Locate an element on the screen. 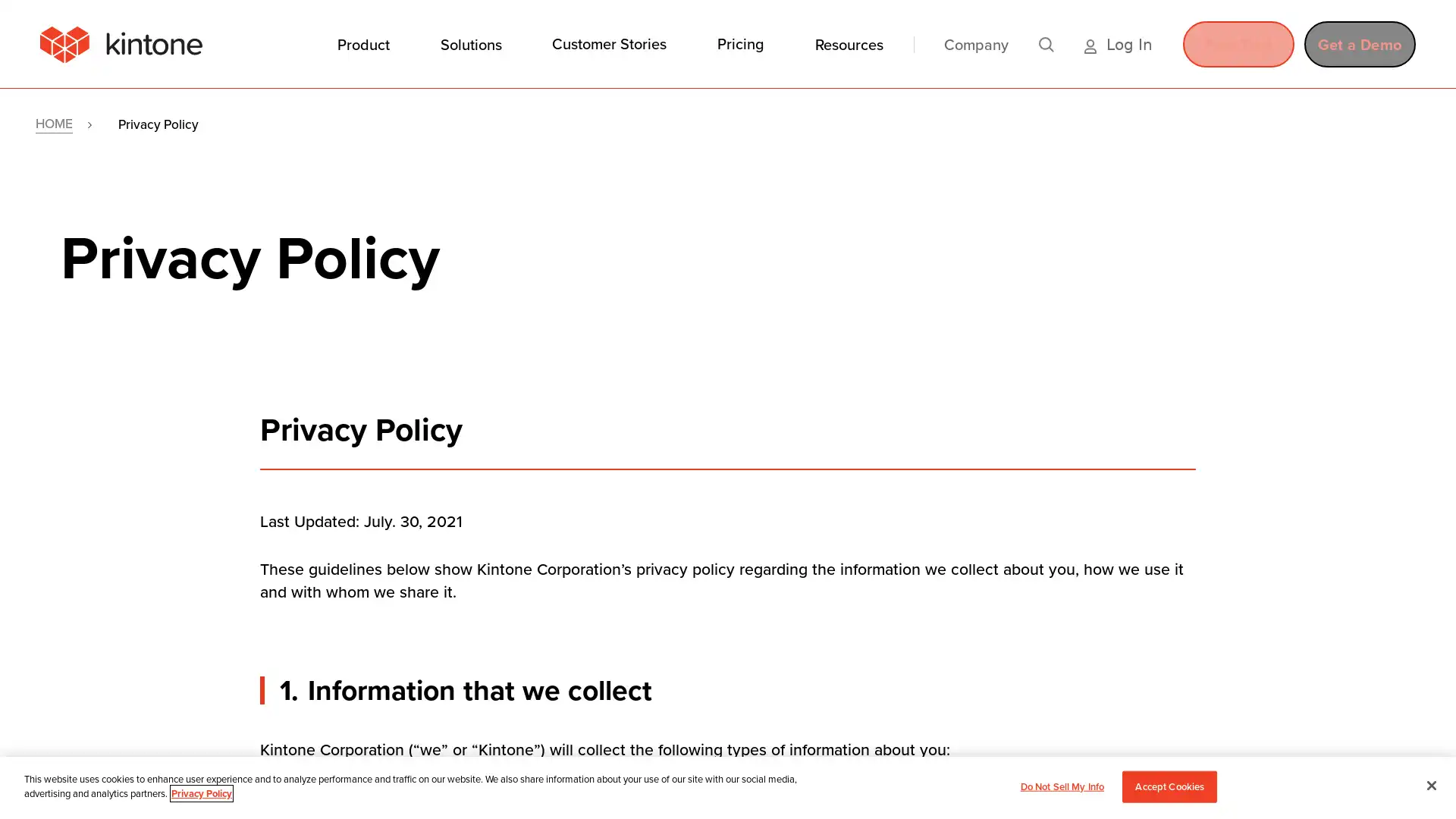  Do Not Sell My Info is located at coordinates (1061, 786).